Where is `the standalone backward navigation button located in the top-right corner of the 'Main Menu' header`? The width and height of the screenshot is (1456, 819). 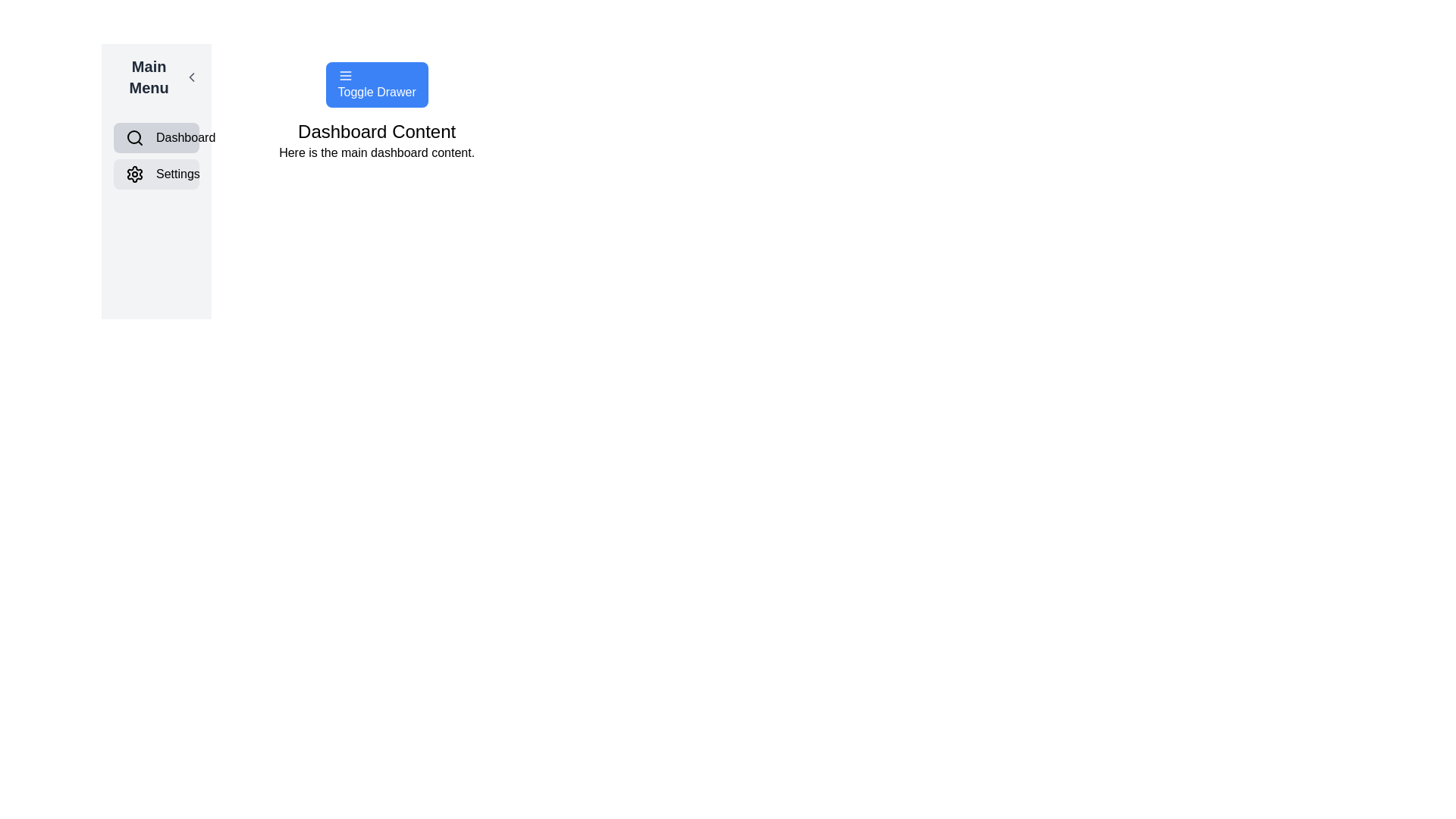 the standalone backward navigation button located in the top-right corner of the 'Main Menu' header is located at coordinates (191, 77).